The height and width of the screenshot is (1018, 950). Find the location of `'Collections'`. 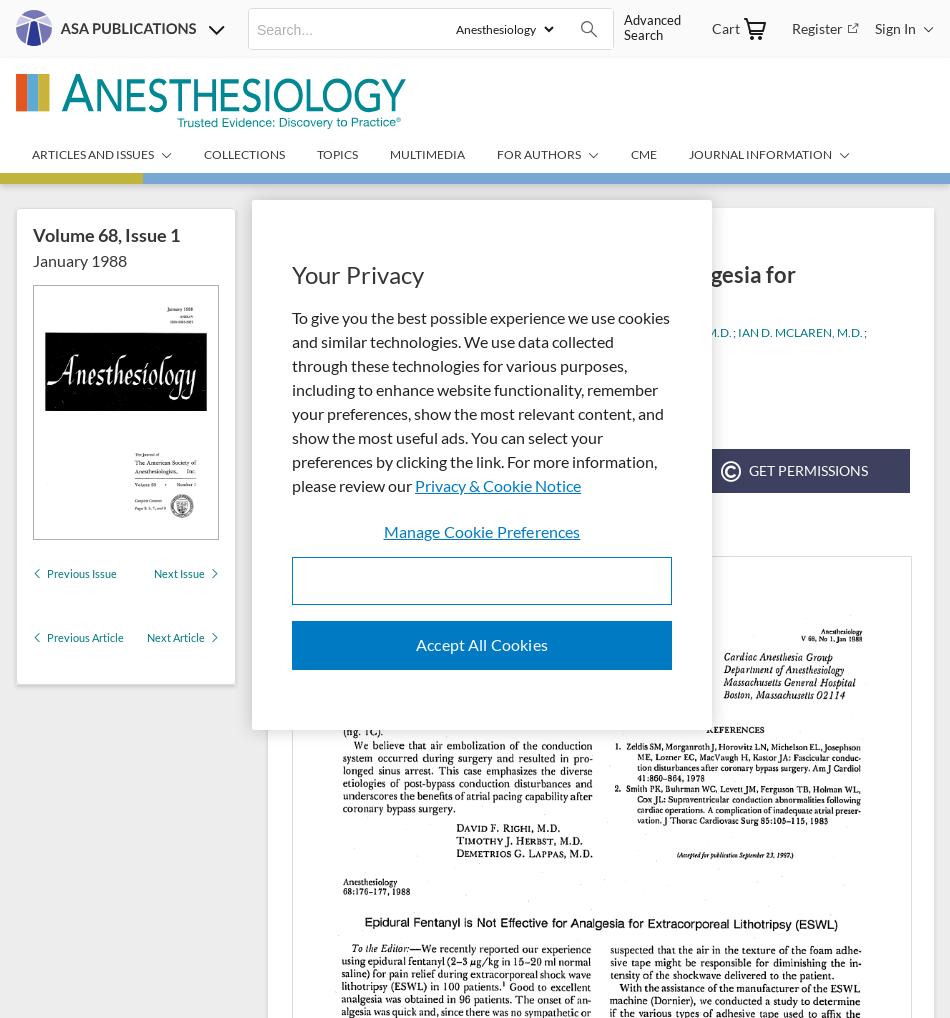

'Collections' is located at coordinates (243, 154).